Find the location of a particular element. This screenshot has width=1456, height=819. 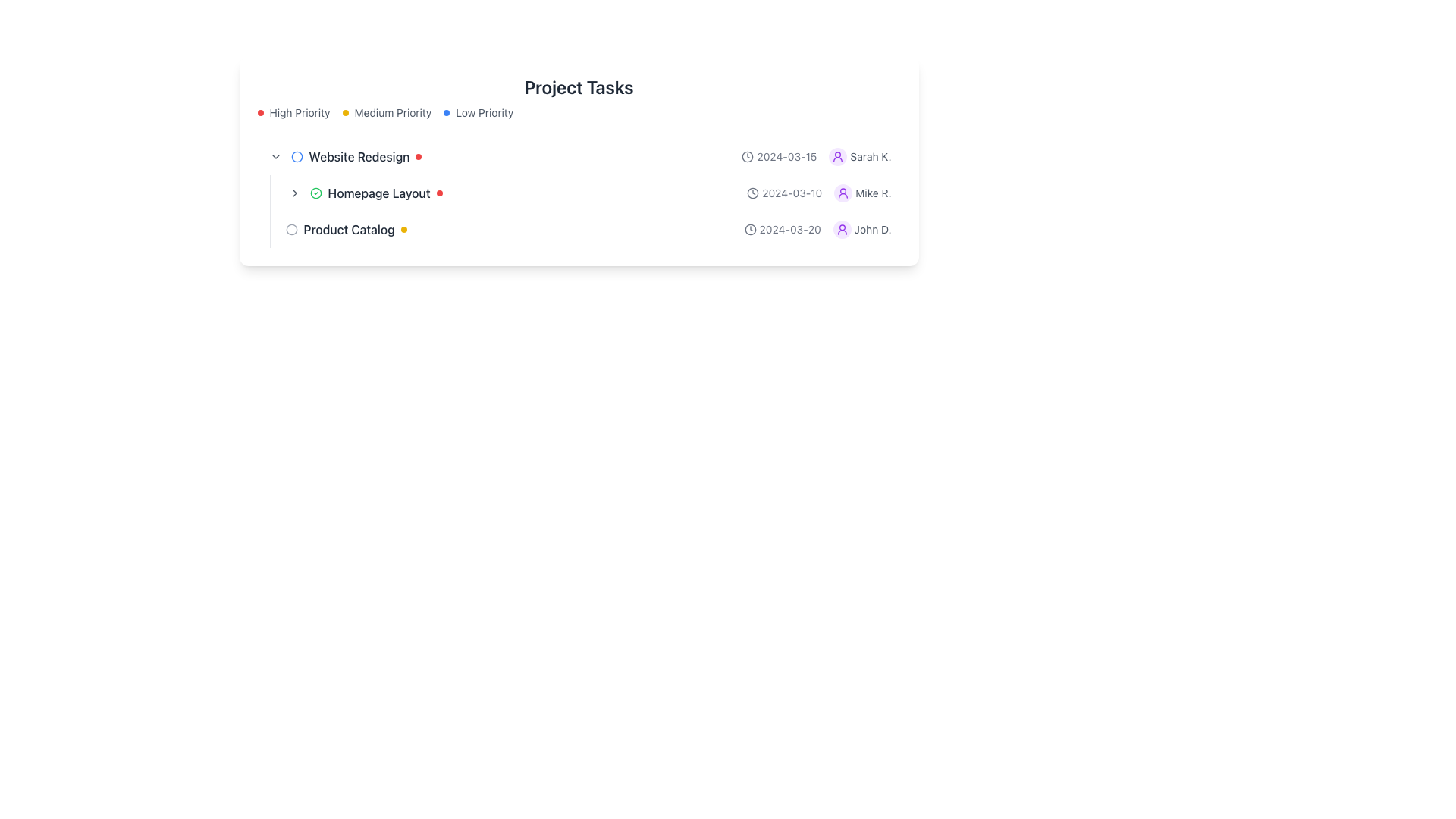

the second task entry is located at coordinates (584, 211).